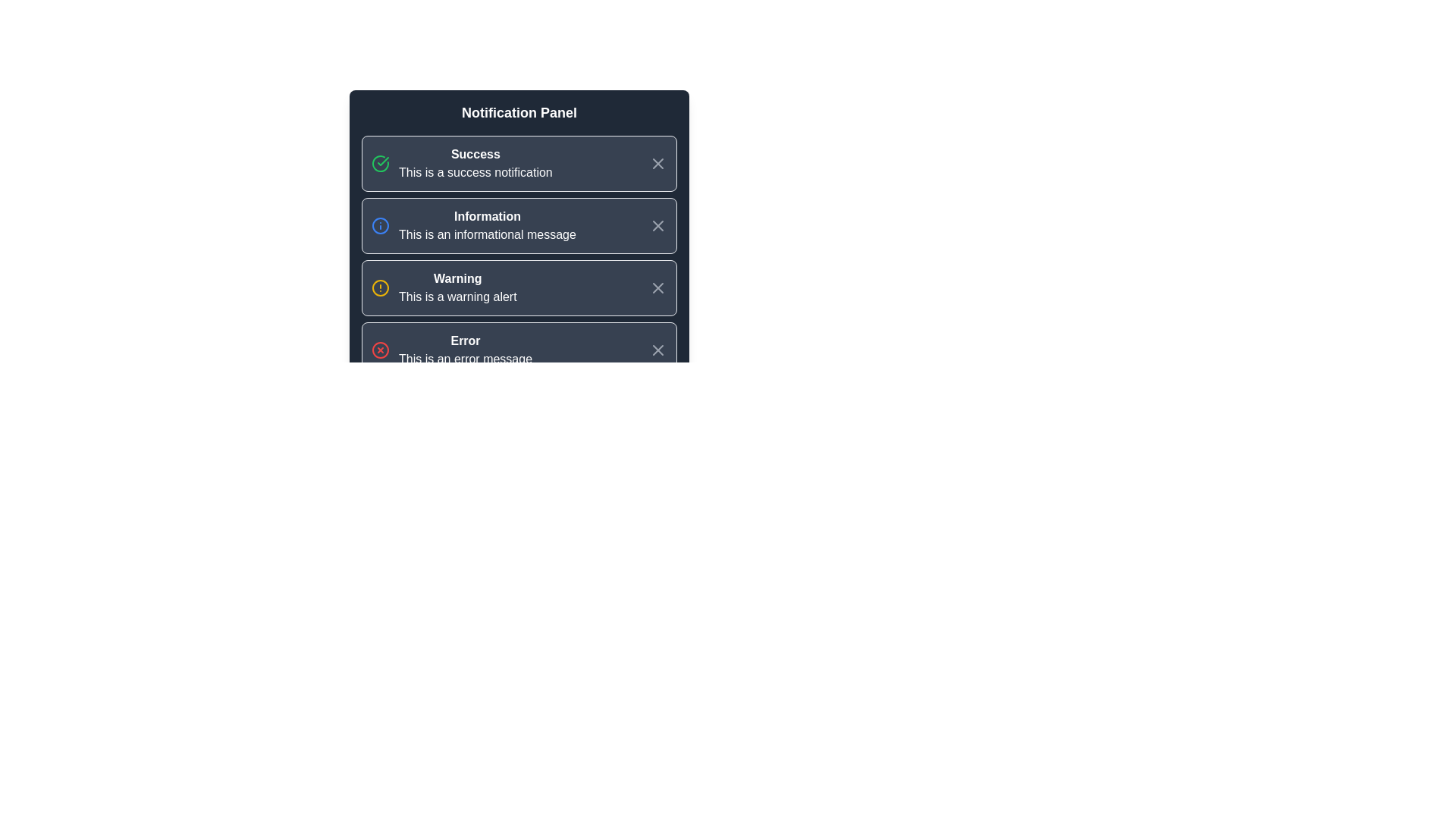 Image resolution: width=1456 pixels, height=819 pixels. I want to click on the warning icon located beside the 'Warning' label in the third row of the notification list, so click(381, 288).